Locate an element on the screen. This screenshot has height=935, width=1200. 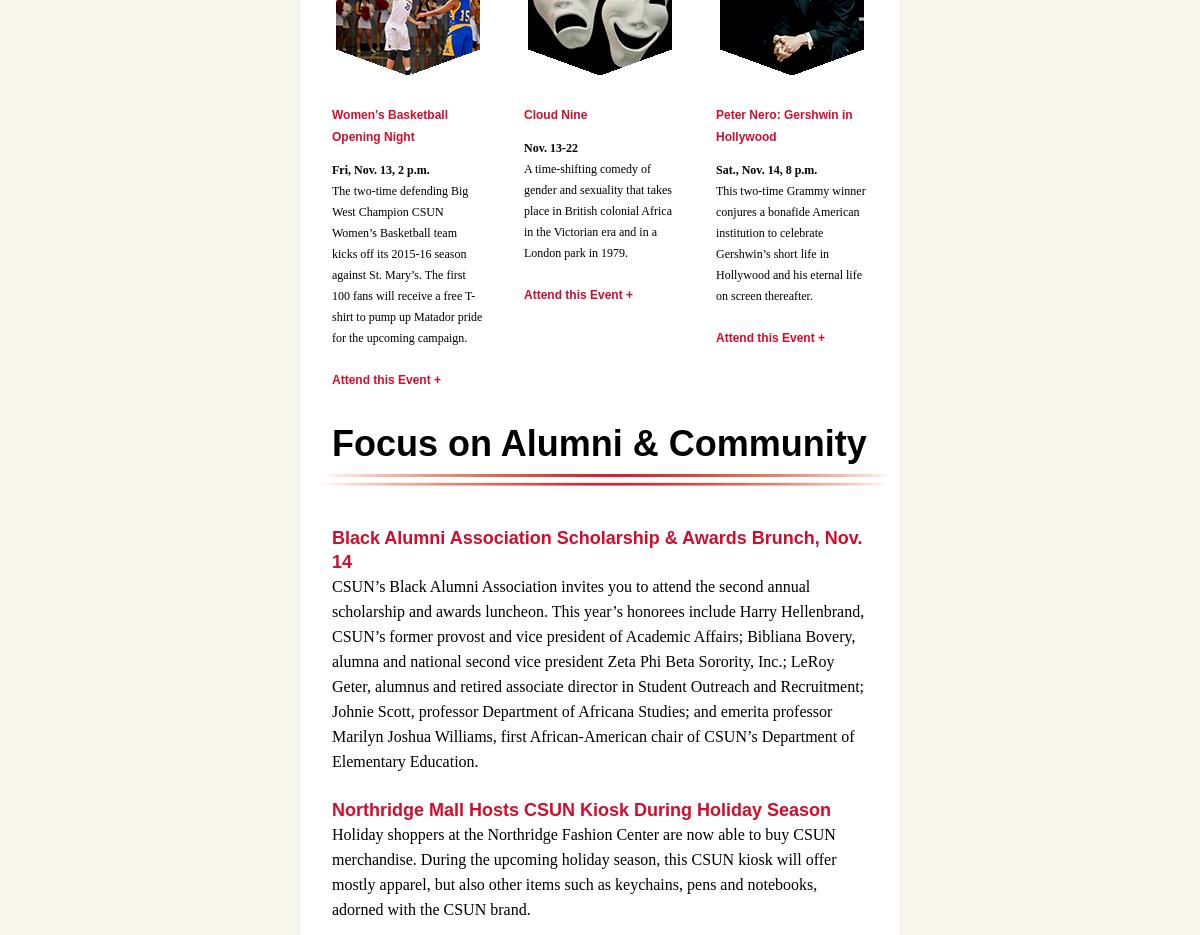
'Peter Nero: Gershwin in Hollywood' is located at coordinates (782, 125).